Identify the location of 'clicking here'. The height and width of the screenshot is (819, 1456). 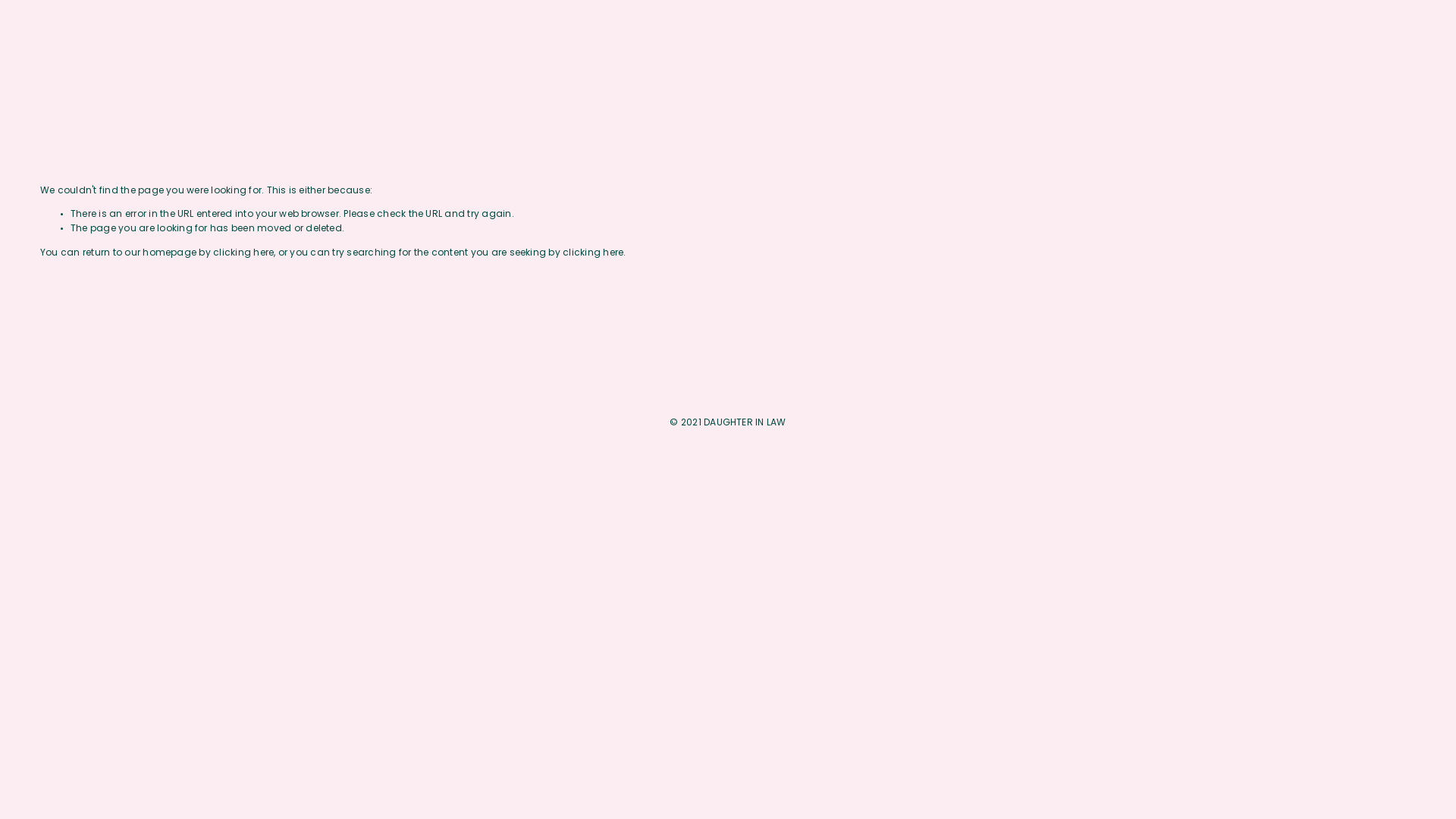
(562, 253).